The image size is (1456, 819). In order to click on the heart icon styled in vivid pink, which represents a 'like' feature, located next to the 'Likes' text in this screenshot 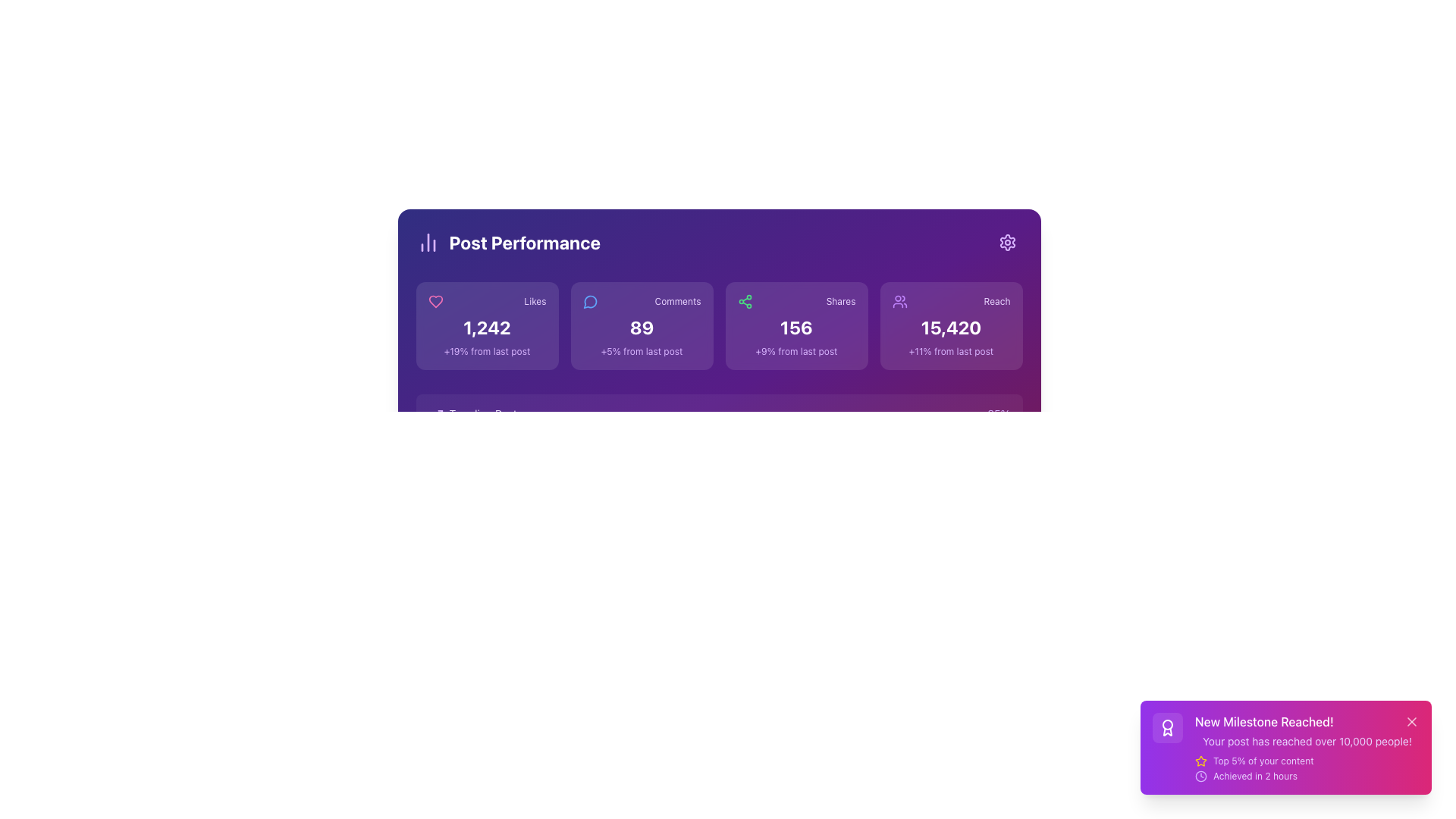, I will do `click(435, 301)`.